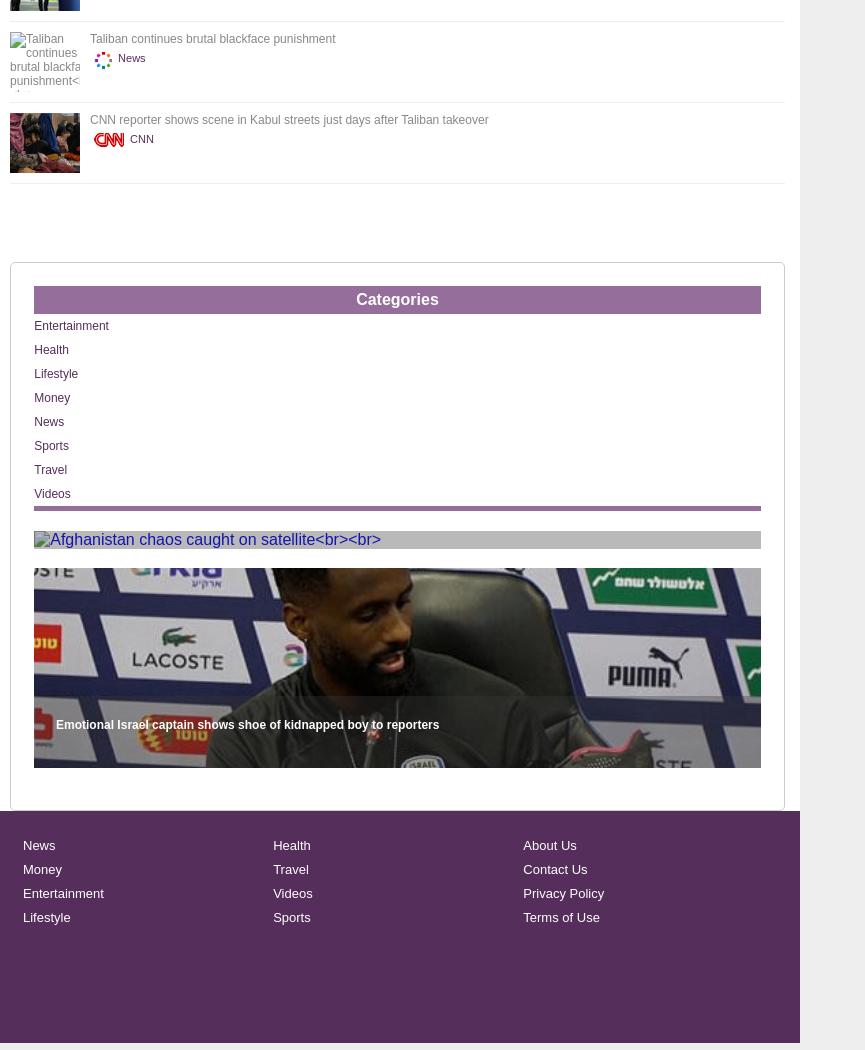  What do you see at coordinates (287, 119) in the screenshot?
I see `'CNN reporter shows scene in Kabul streets just days after Taliban takeover'` at bounding box center [287, 119].